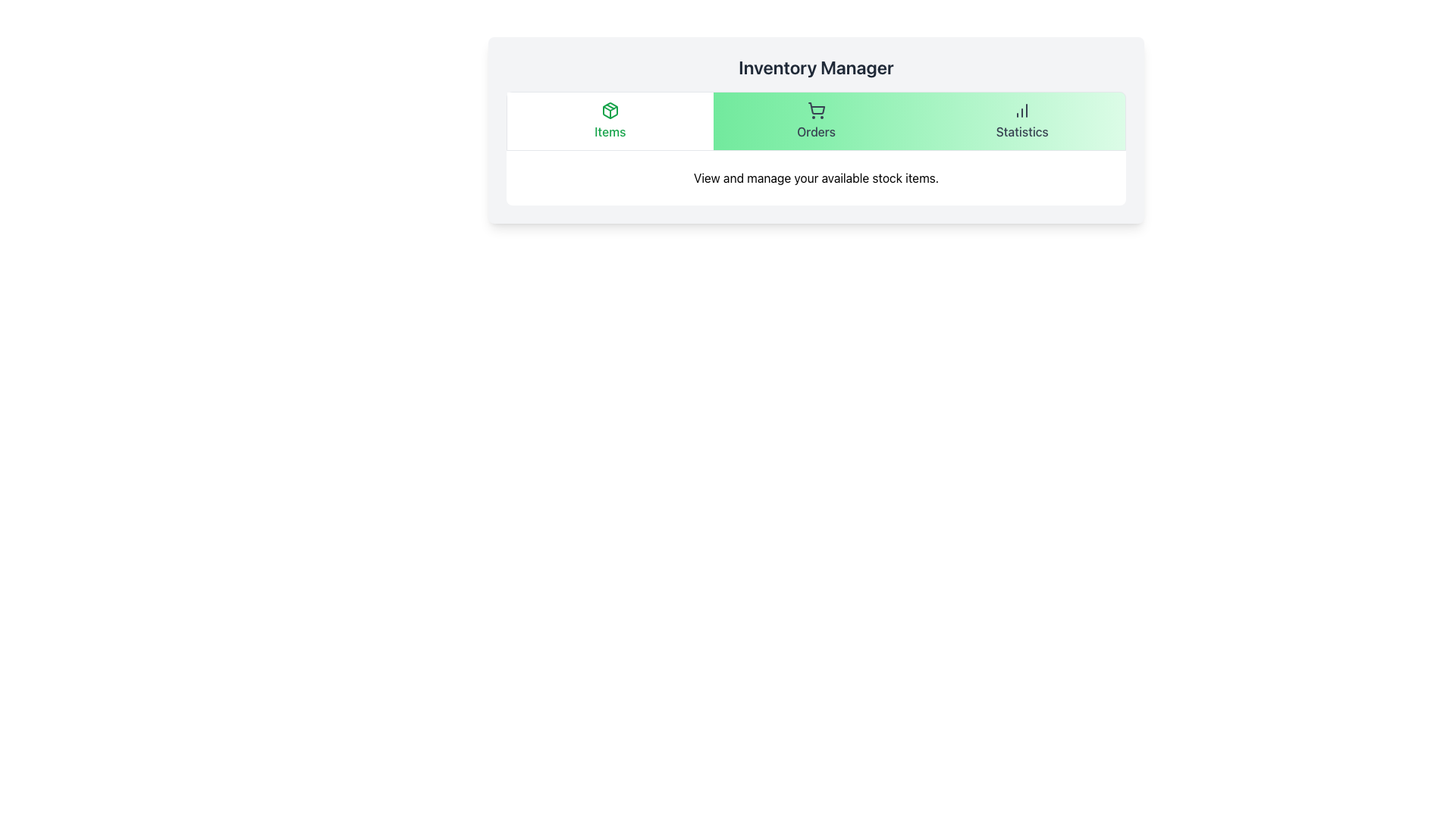 This screenshot has width=1456, height=819. What do you see at coordinates (1022, 130) in the screenshot?
I see `the 'Statistics' text label in the header navigation bar` at bounding box center [1022, 130].